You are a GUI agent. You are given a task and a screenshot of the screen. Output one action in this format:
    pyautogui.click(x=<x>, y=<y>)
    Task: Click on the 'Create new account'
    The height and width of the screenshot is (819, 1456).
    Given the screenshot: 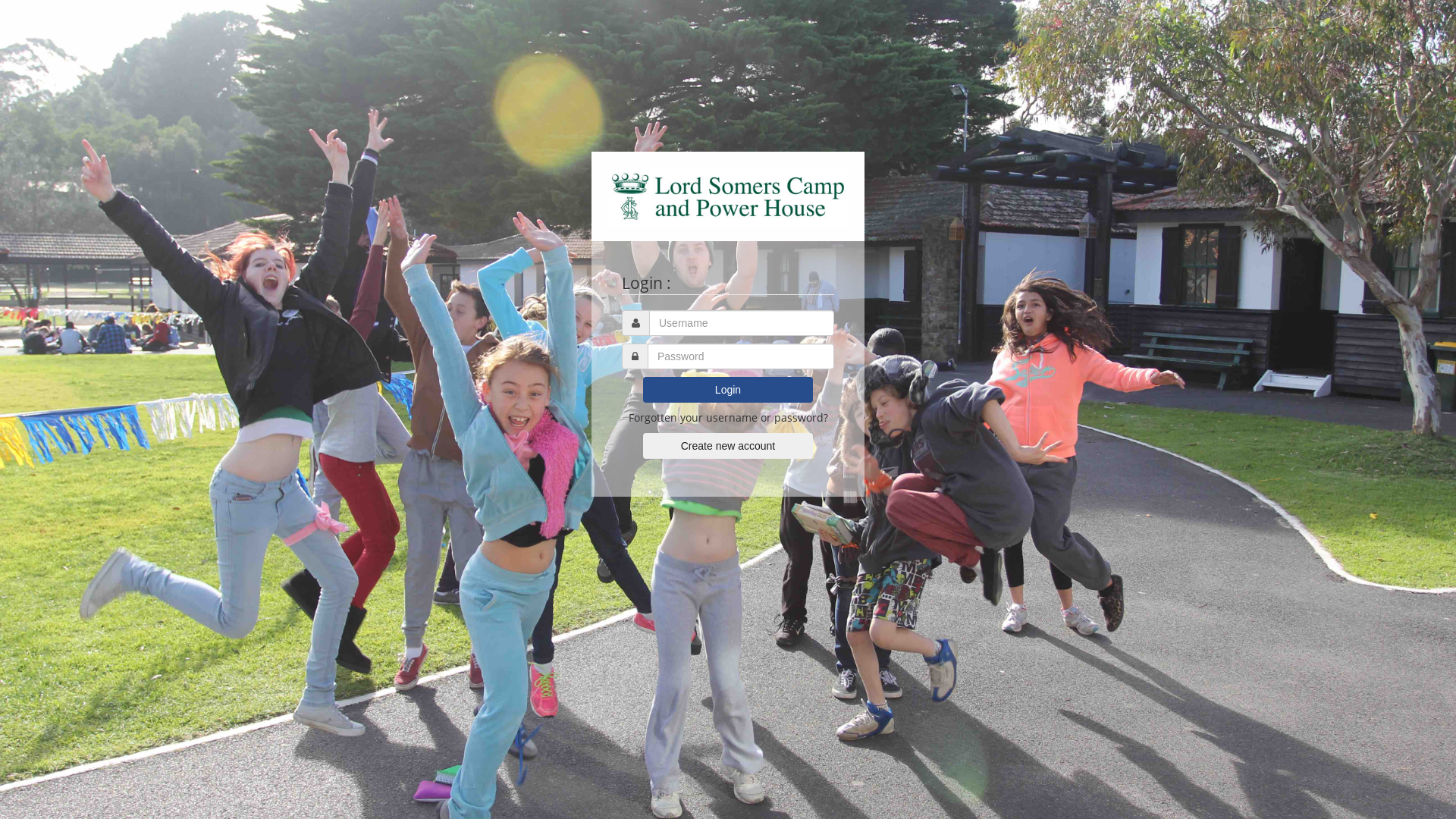 What is the action you would take?
    pyautogui.click(x=728, y=444)
    